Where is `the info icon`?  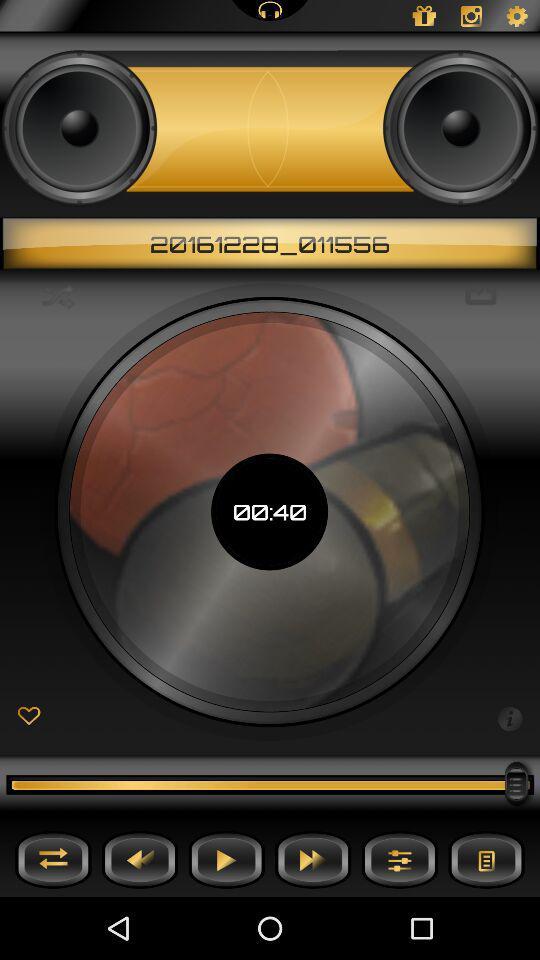 the info icon is located at coordinates (509, 717).